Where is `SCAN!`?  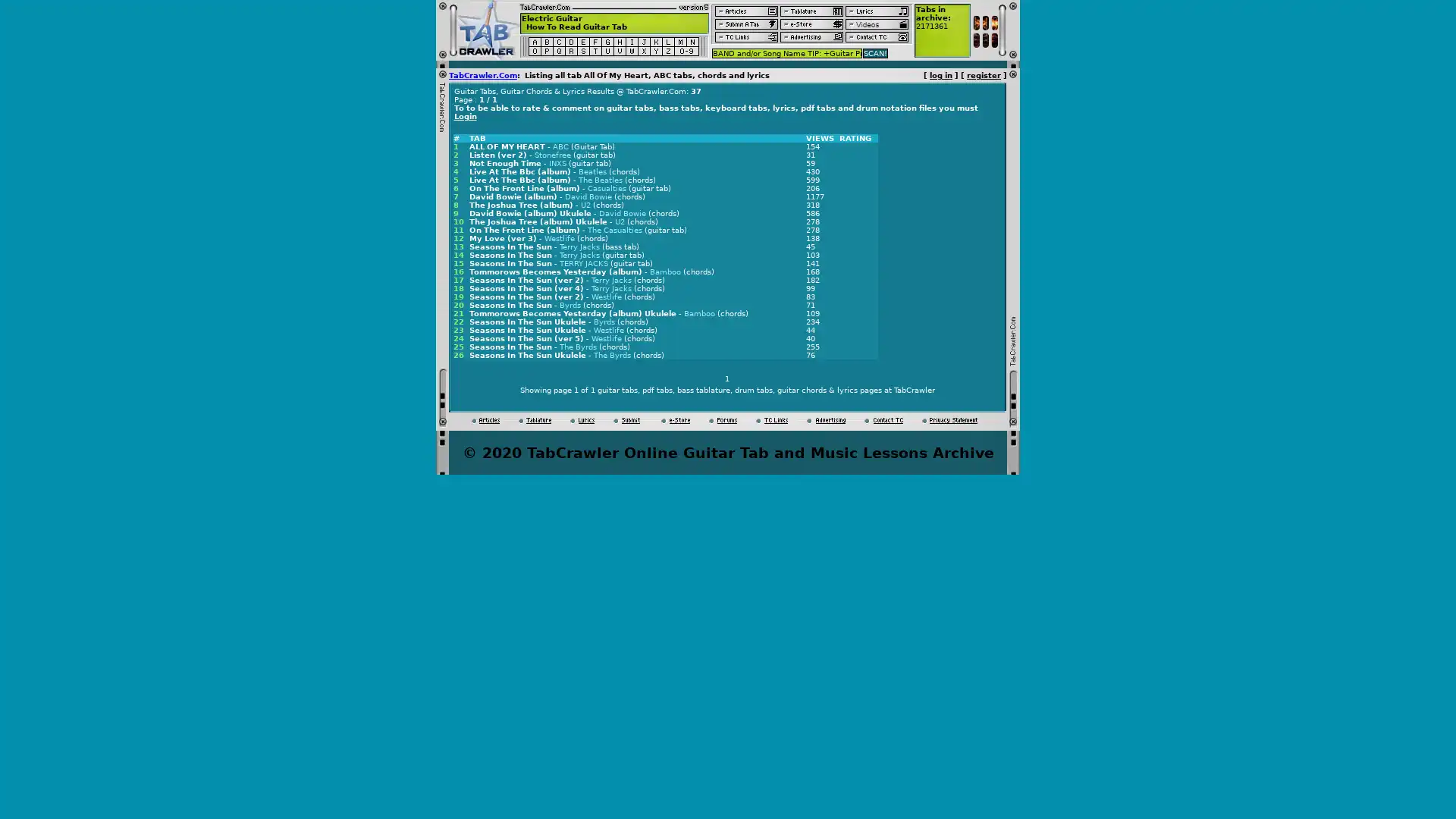 SCAN! is located at coordinates (875, 52).